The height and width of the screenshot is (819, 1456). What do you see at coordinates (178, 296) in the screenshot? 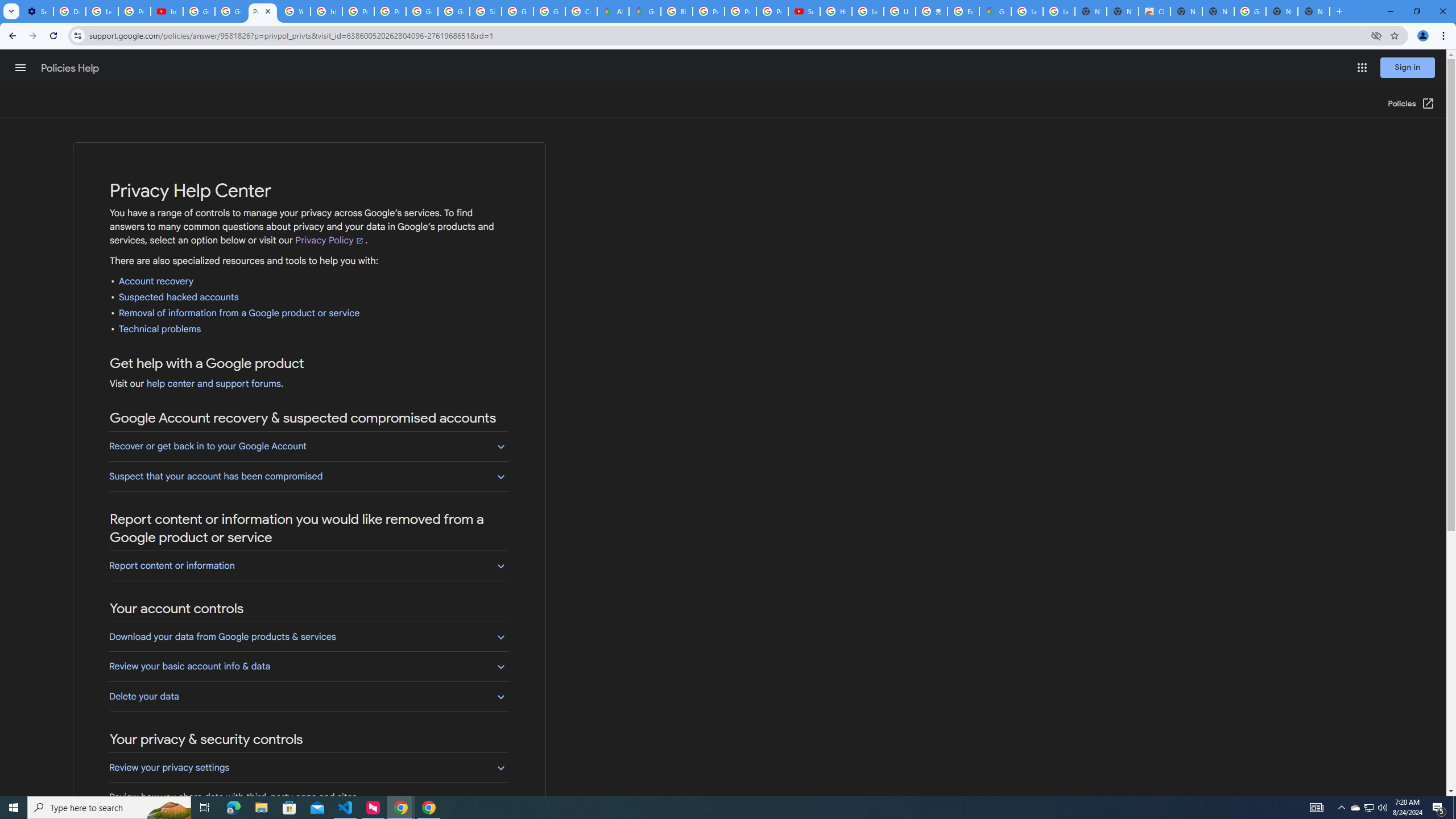
I see `'Suspected hacked accounts'` at bounding box center [178, 296].